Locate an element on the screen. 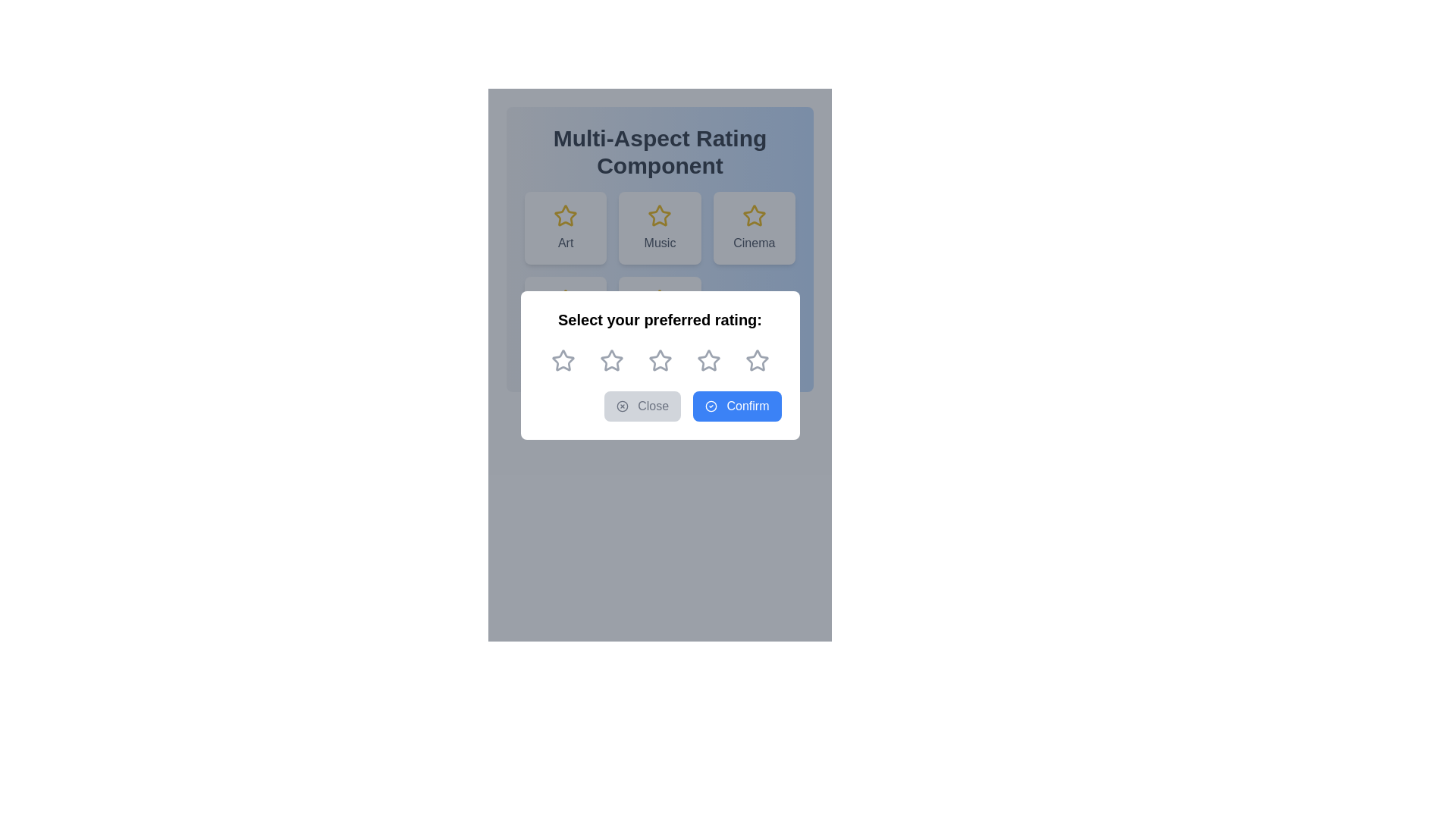 This screenshot has width=1456, height=819. the star icon representing the 'Art' category is located at coordinates (565, 215).